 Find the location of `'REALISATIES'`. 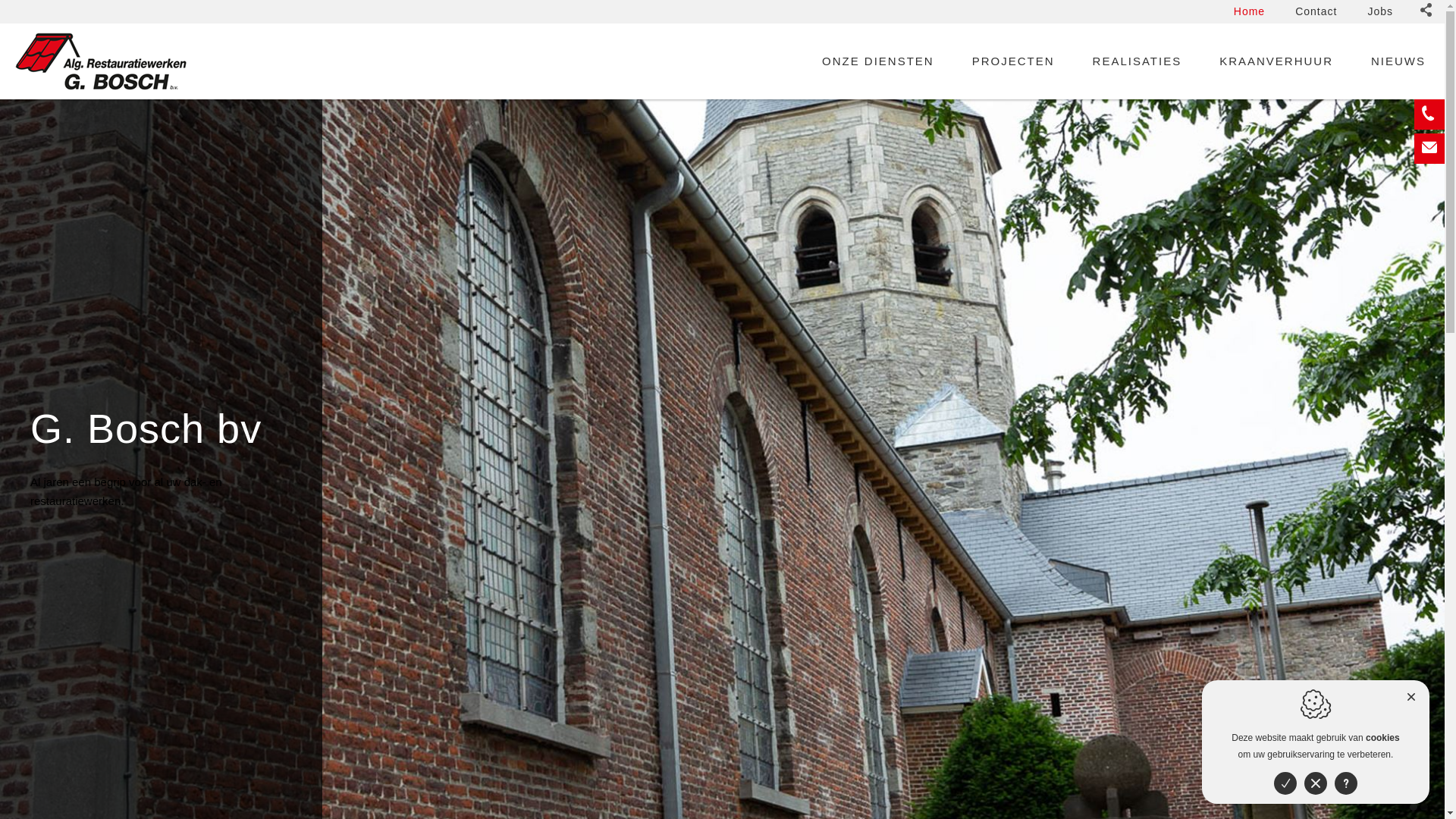

'REALISATIES' is located at coordinates (1084, 61).